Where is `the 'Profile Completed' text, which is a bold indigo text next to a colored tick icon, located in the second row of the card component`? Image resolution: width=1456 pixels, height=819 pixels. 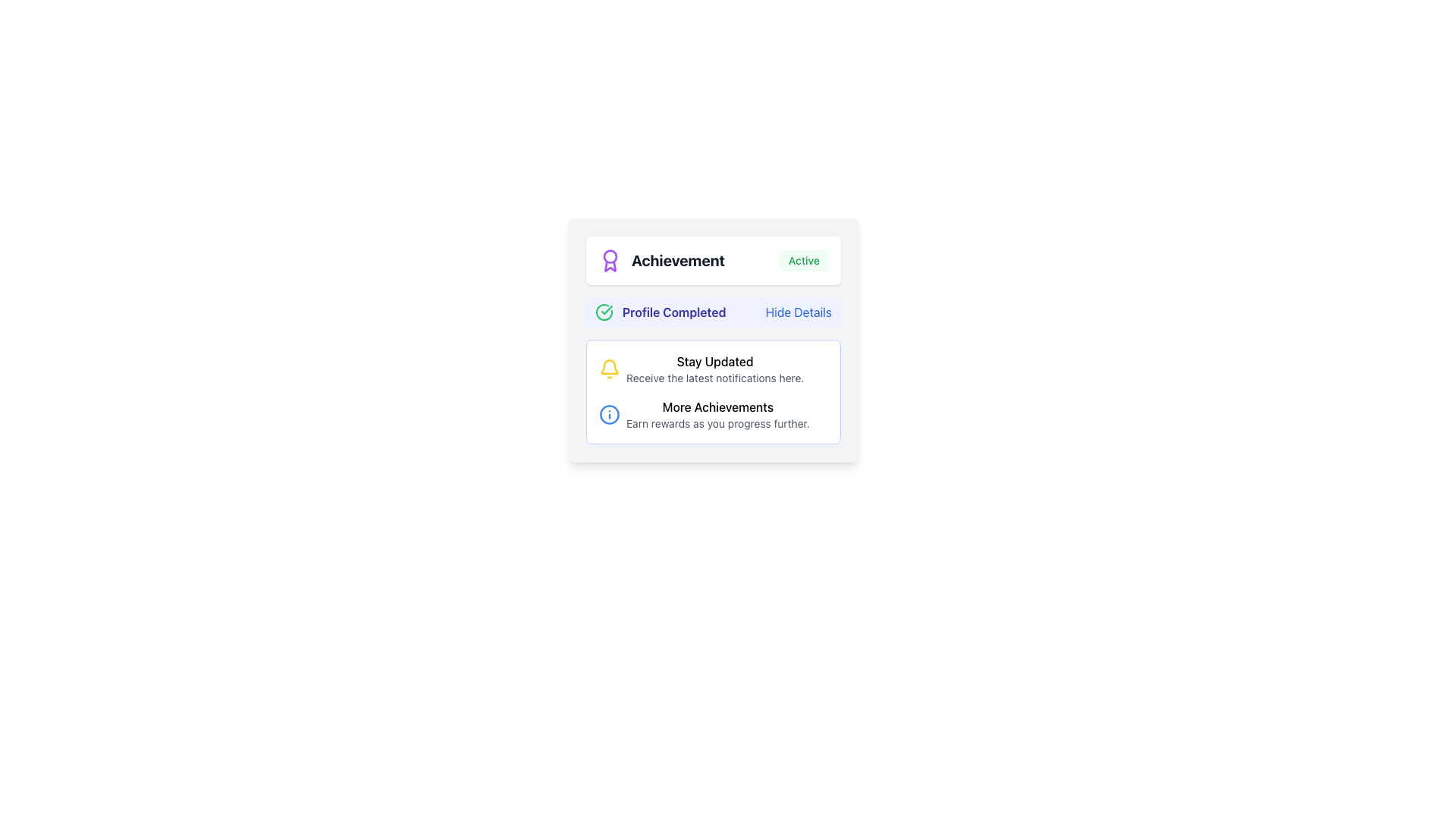
the 'Profile Completed' text, which is a bold indigo text next to a colored tick icon, located in the second row of the card component is located at coordinates (712, 312).